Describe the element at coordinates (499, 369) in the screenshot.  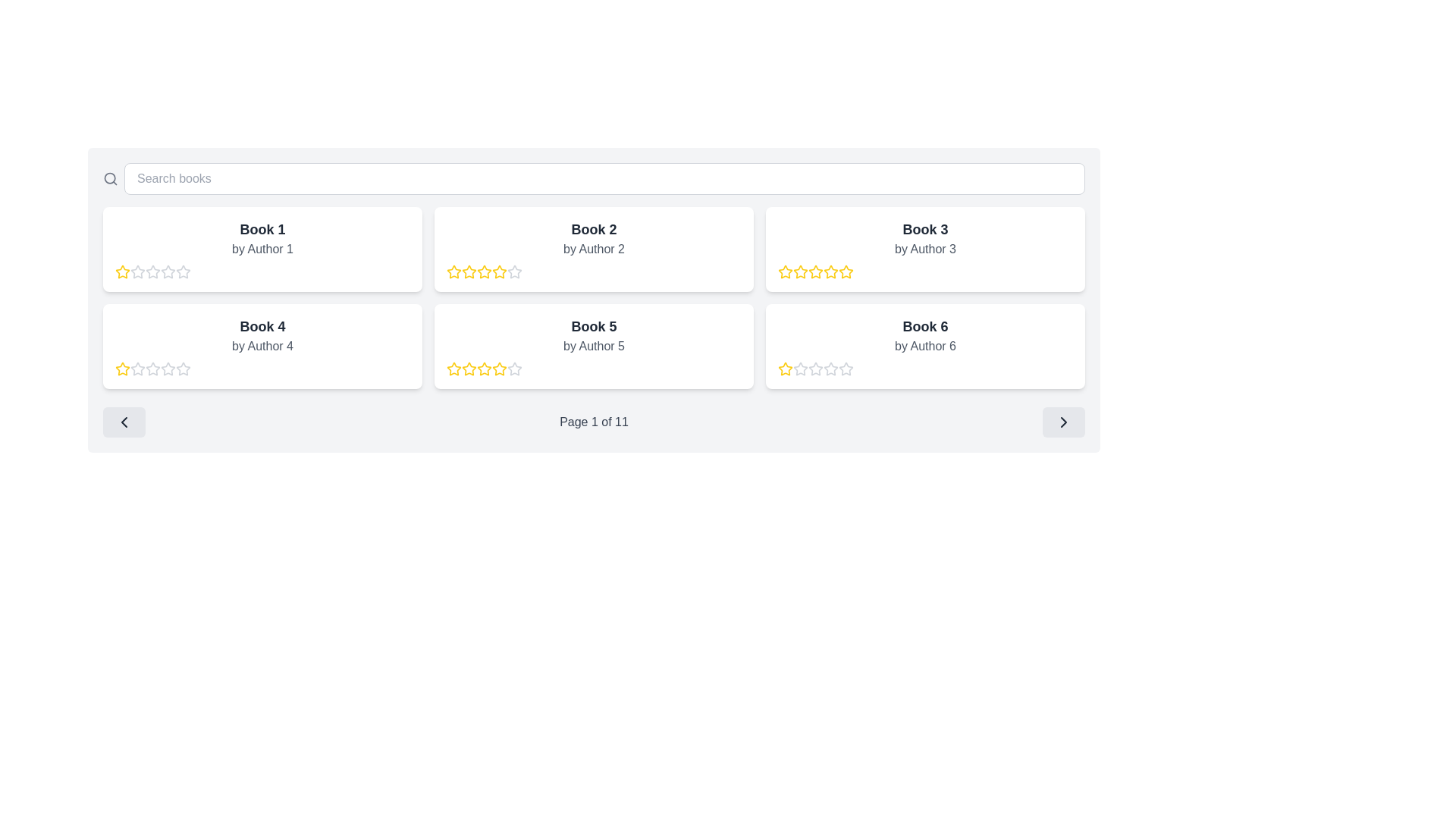
I see `the third star in the five-star rating system for 'Book 5' by 'Author 5' located in the second row, second column of the grid layout` at that location.